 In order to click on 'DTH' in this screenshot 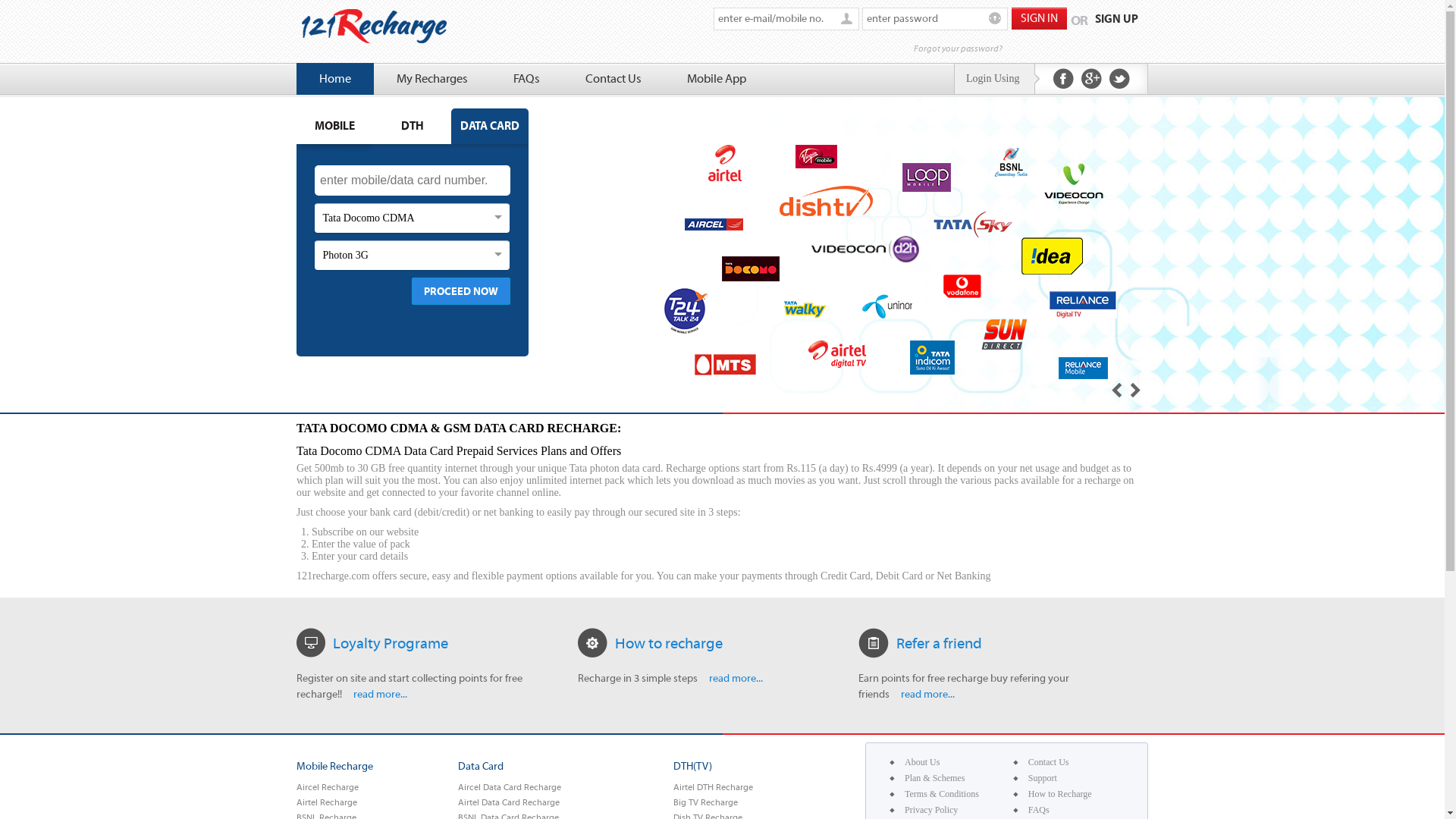, I will do `click(374, 125)`.